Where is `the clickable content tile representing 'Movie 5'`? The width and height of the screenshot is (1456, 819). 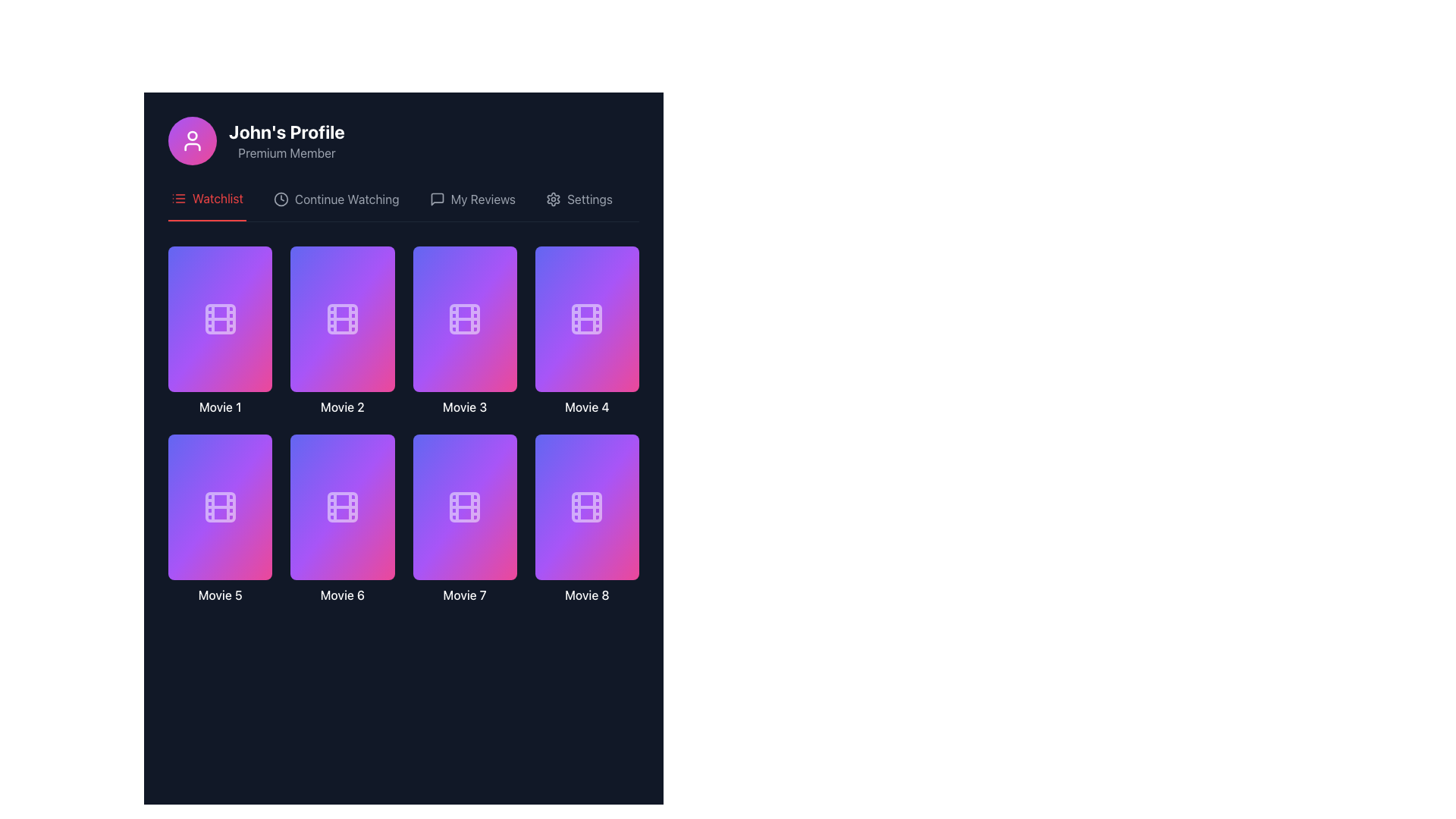 the clickable content tile representing 'Movie 5' is located at coordinates (219, 519).